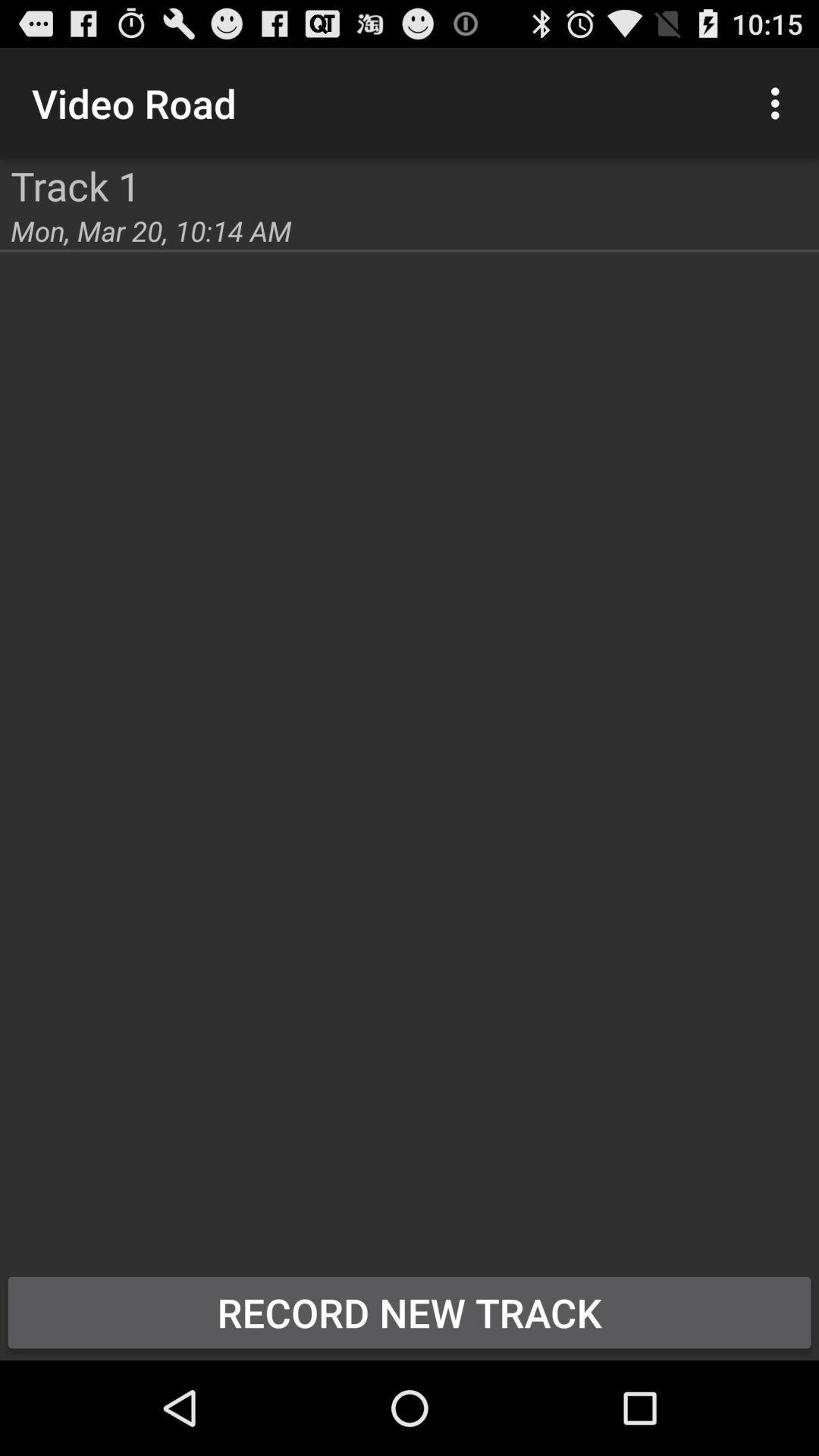  Describe the element at coordinates (779, 102) in the screenshot. I see `icon to the right of the video road item` at that location.